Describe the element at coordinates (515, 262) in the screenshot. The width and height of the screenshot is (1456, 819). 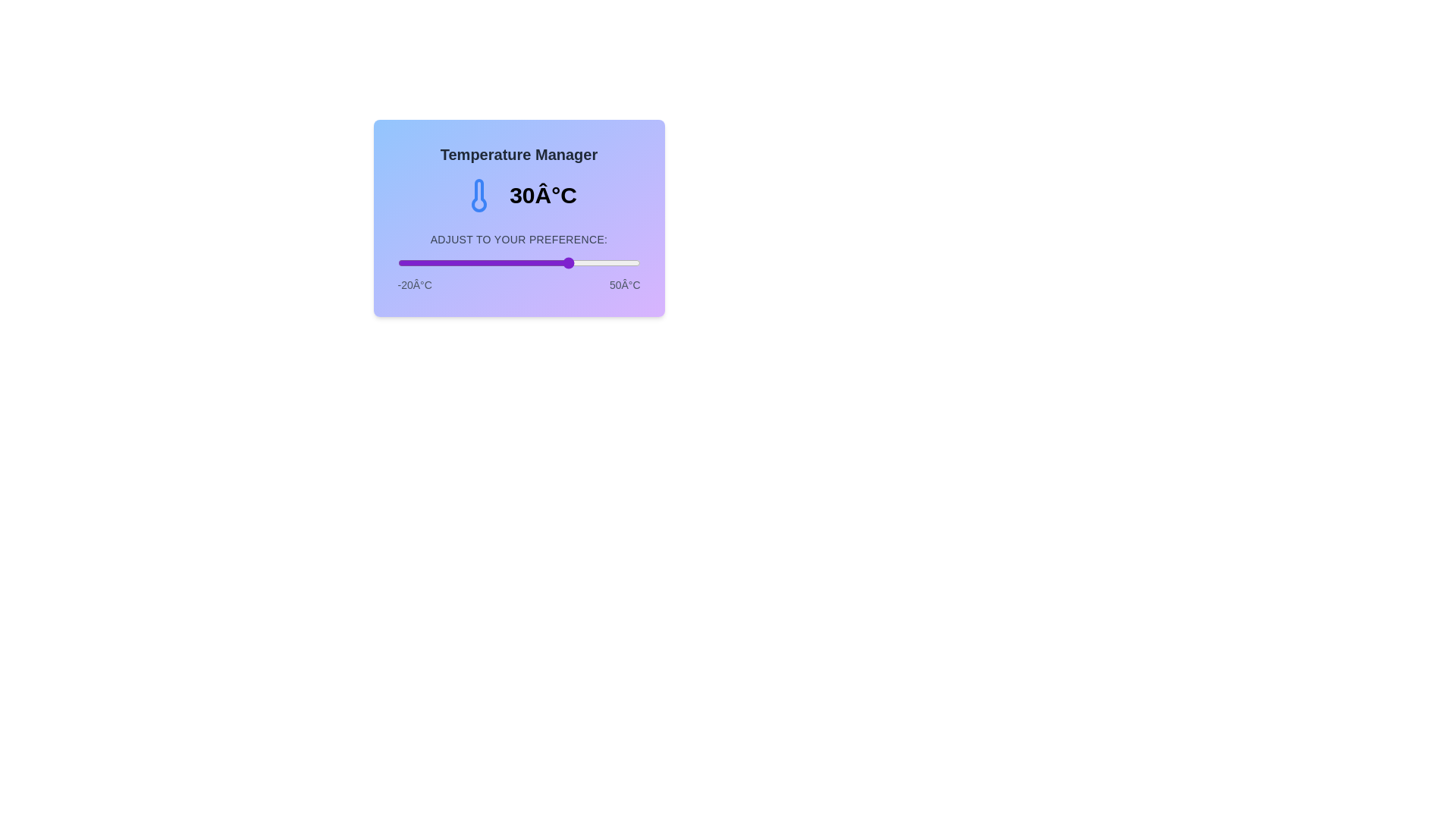
I see `the temperature to 14 degrees Celsius by dragging the slider` at that location.